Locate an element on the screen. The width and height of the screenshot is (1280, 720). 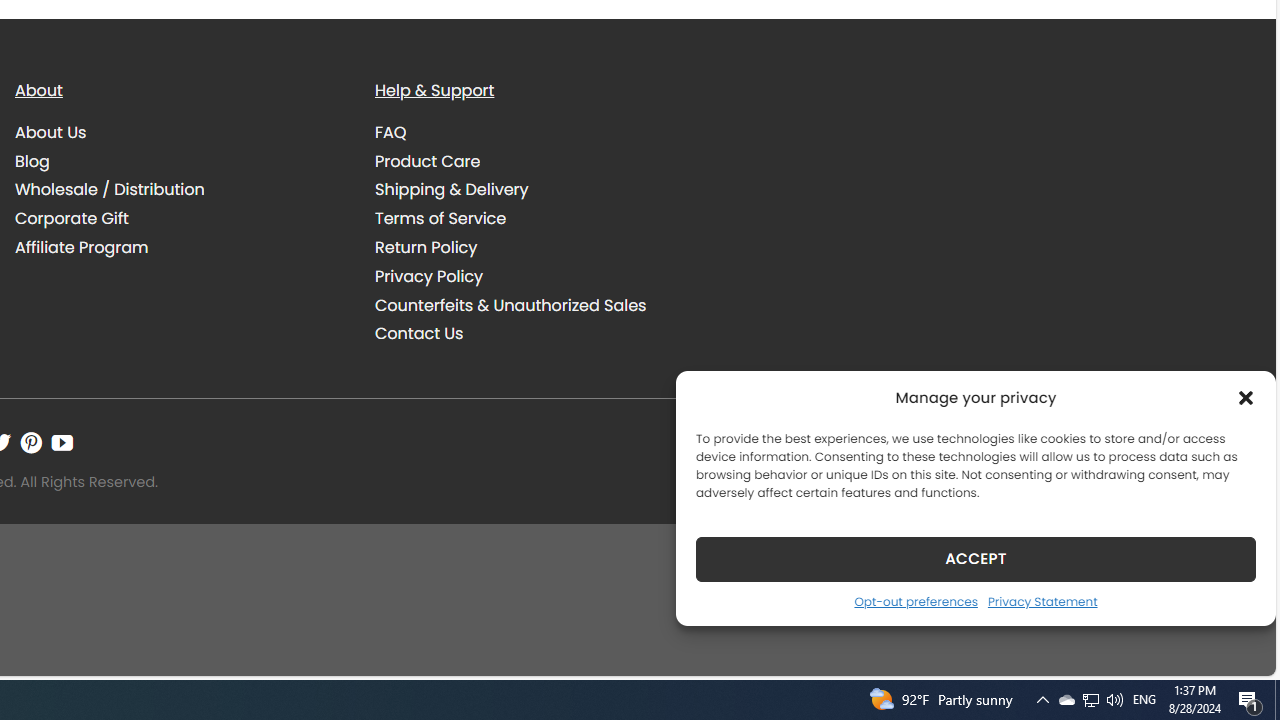
'Class: cmplz-close' is located at coordinates (1245, 397).